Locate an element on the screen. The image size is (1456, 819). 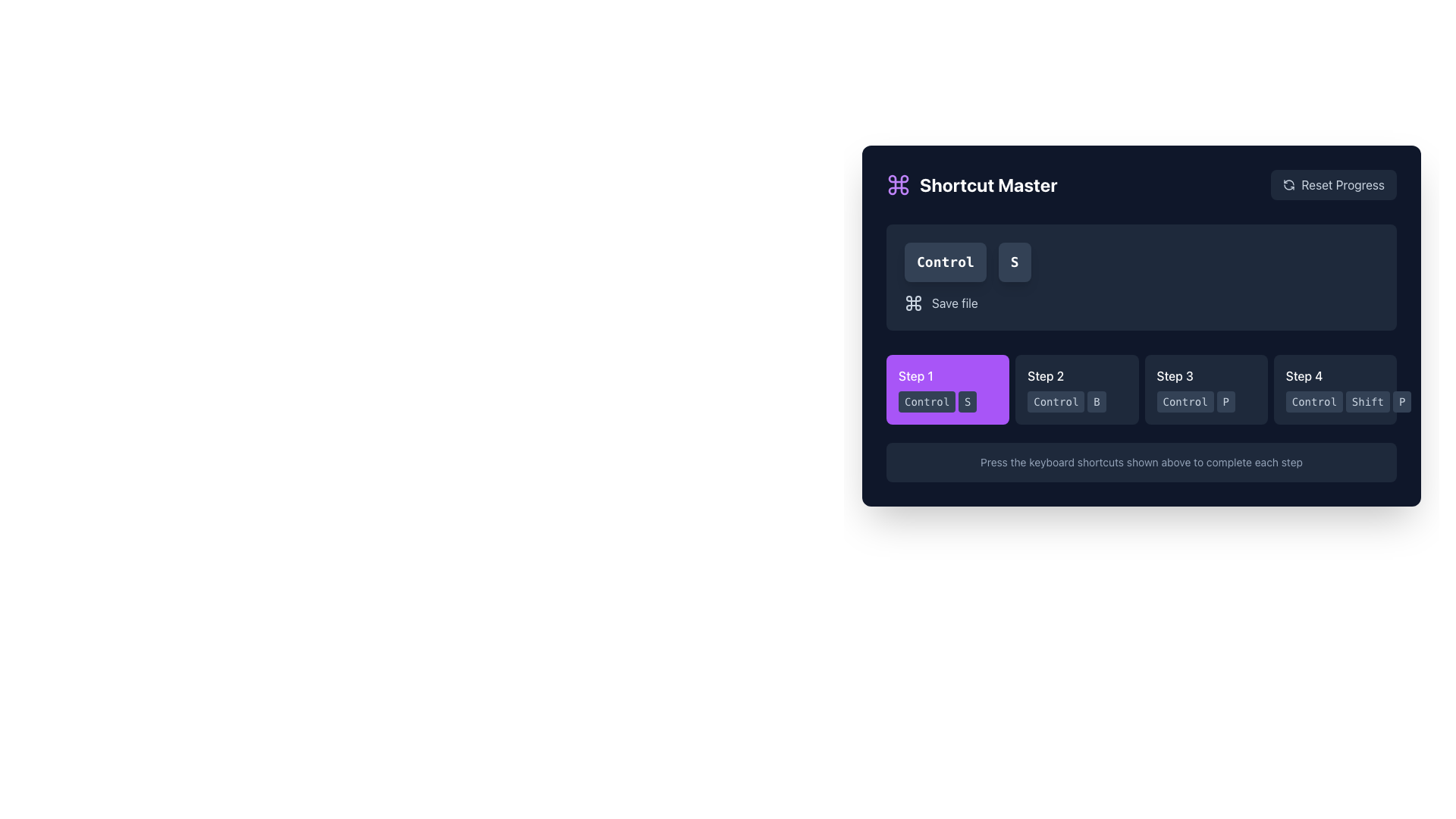
the 'Step 1' text label, which is displayed in white font on a bright purple background, located at the bottom segment of the 'Shortcut Master' panel, inside the first purple box is located at coordinates (915, 375).